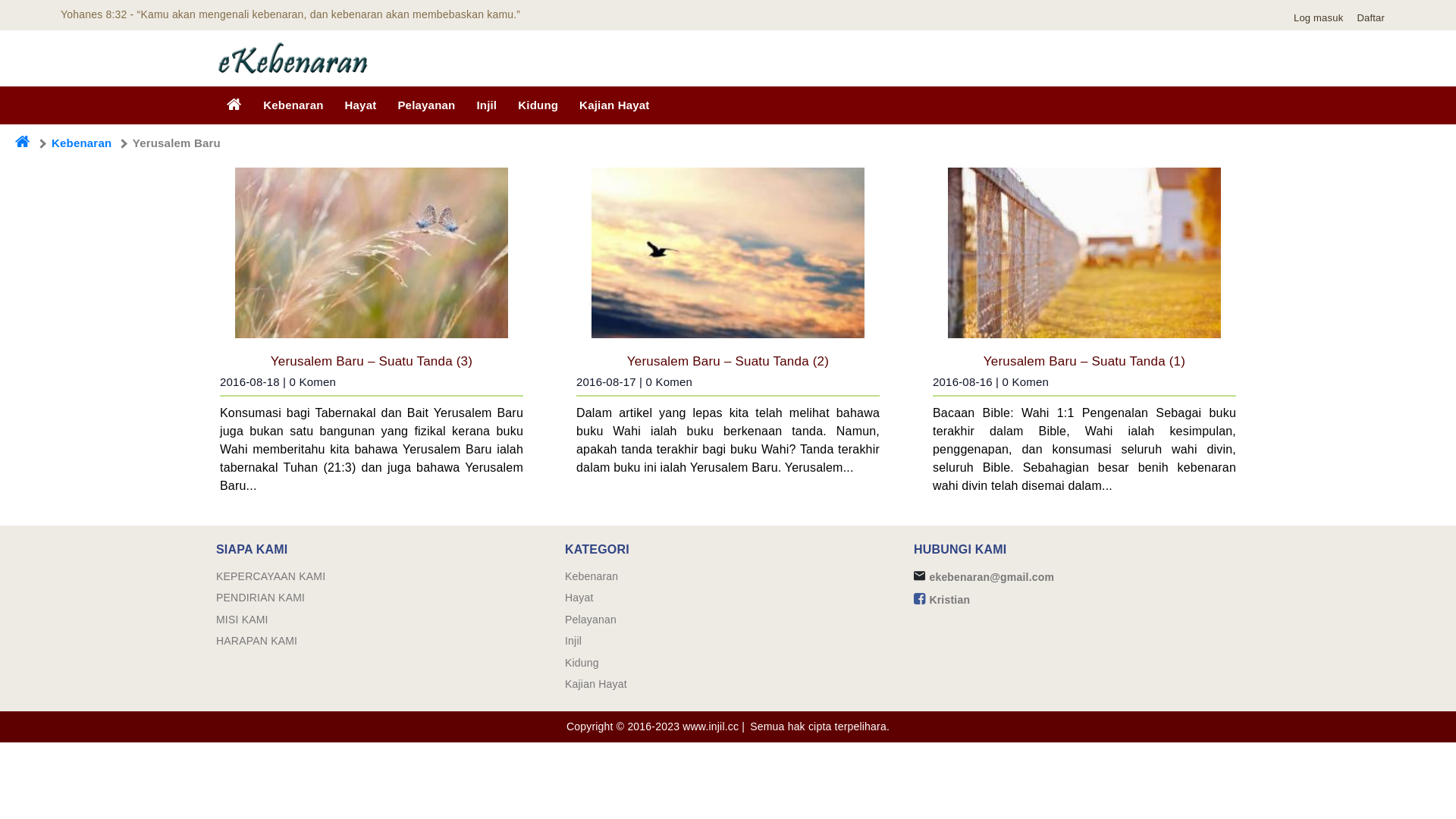 This screenshot has height=819, width=1456. Describe the element at coordinates (241, 620) in the screenshot. I see `'MISI KAMI'` at that location.